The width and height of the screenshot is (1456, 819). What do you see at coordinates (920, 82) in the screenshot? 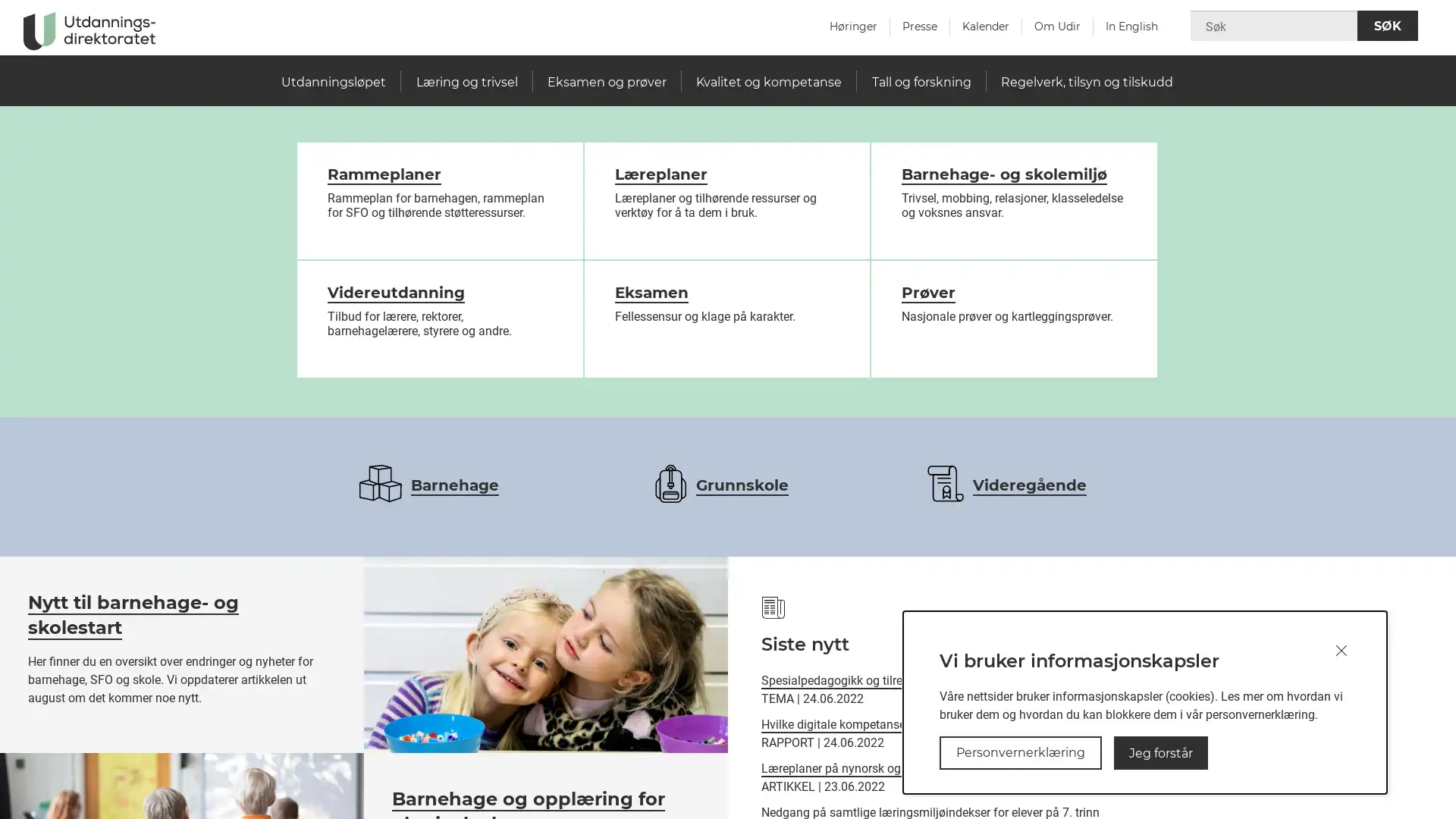
I see `Tall og forskning` at bounding box center [920, 82].